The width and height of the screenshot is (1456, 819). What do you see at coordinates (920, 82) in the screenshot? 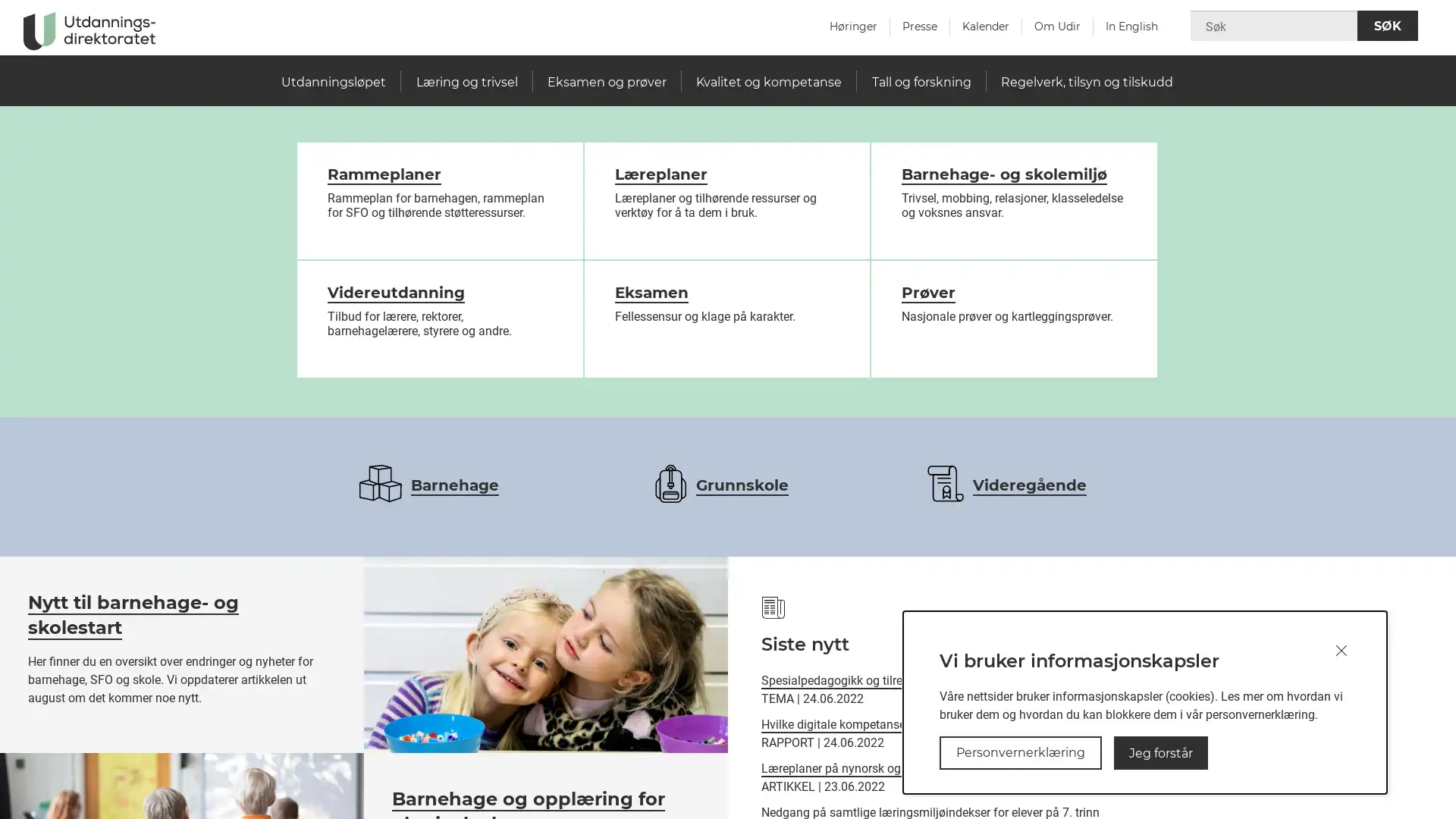
I see `Tall og forskning` at bounding box center [920, 82].